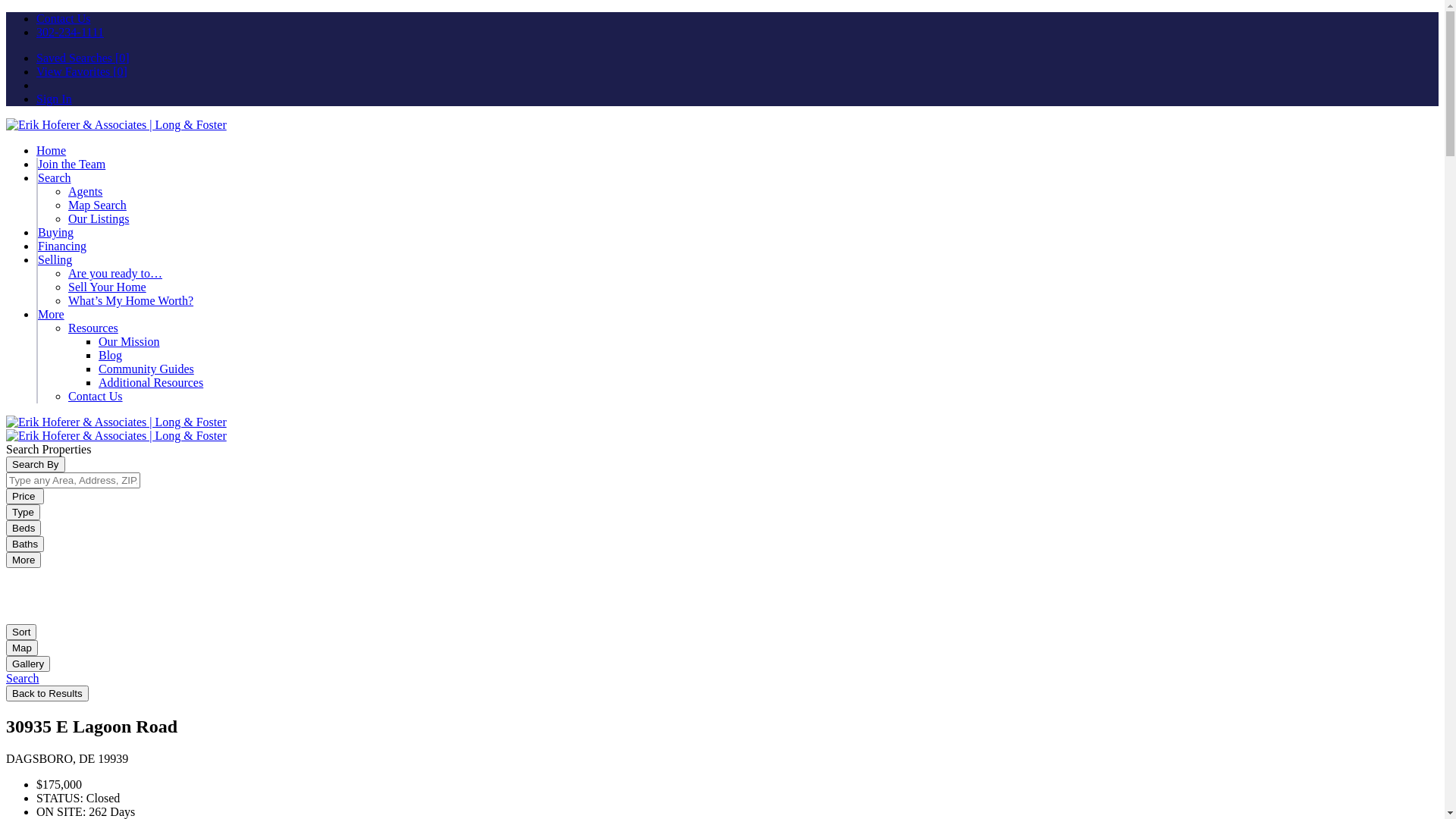 Image resolution: width=1456 pixels, height=819 pixels. What do you see at coordinates (21, 632) in the screenshot?
I see `'Sort'` at bounding box center [21, 632].